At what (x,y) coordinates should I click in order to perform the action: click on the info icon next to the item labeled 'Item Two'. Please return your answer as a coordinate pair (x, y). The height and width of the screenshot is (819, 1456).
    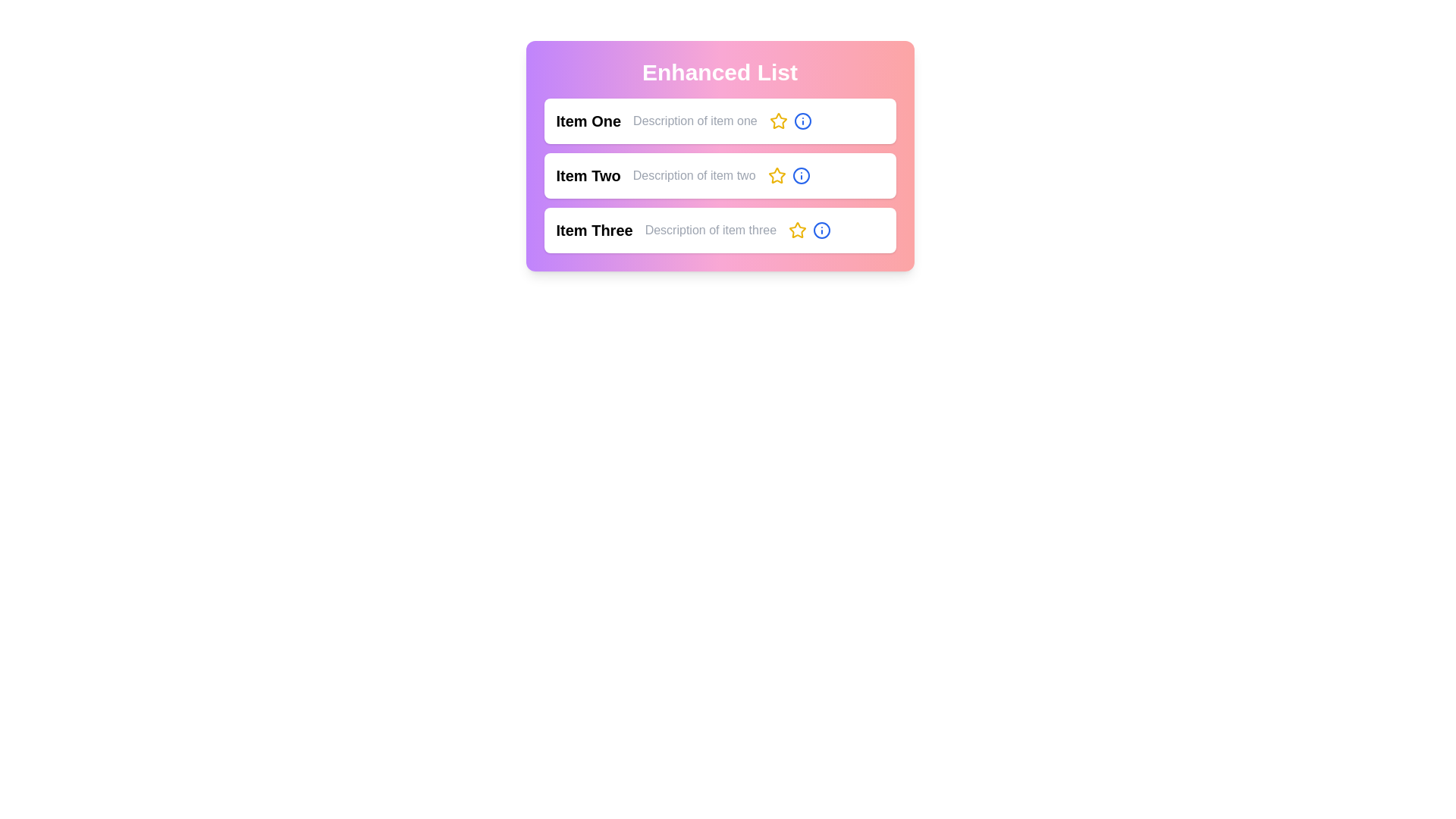
    Looking at the image, I should click on (800, 174).